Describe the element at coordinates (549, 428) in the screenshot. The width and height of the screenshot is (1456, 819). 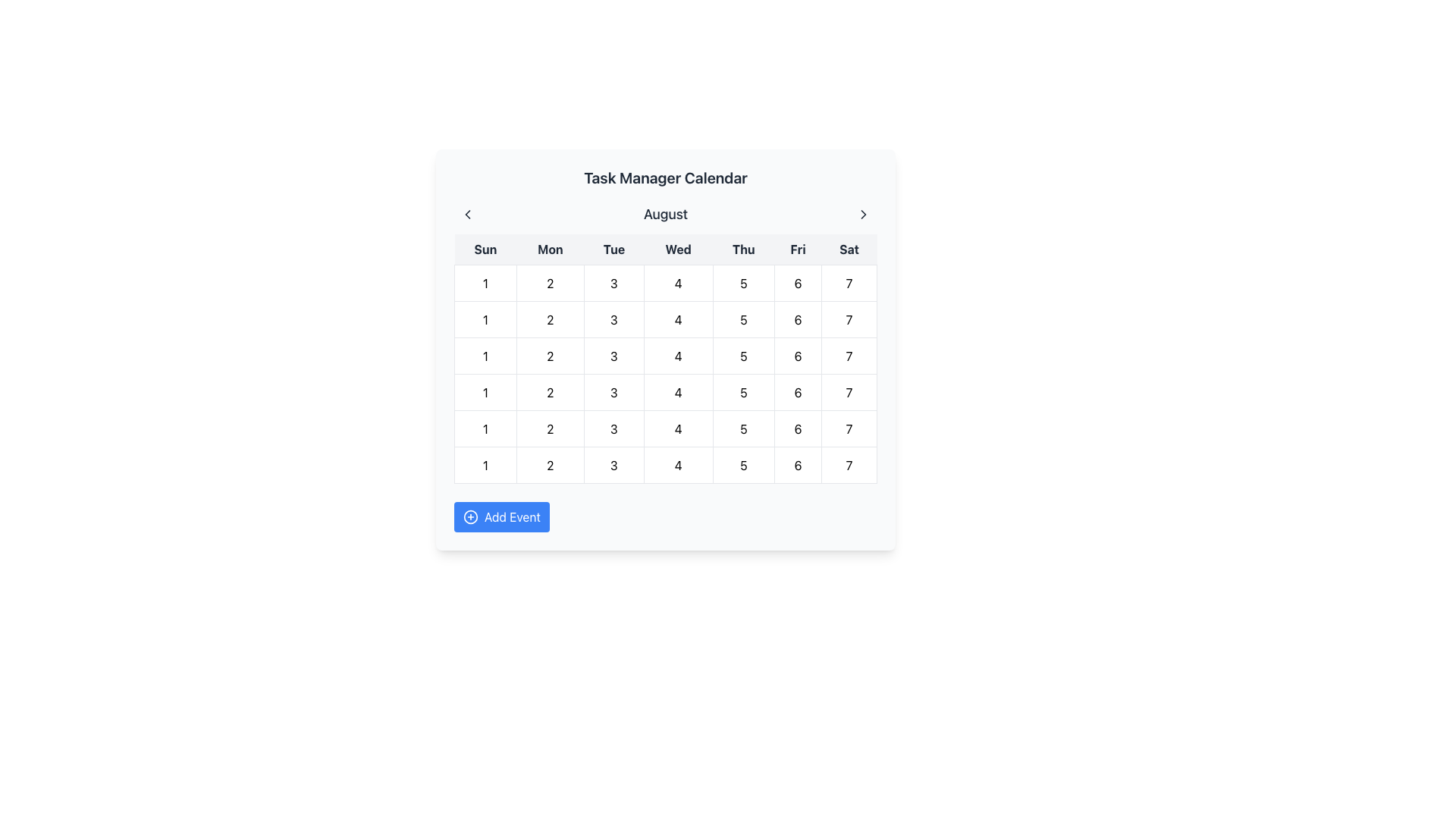
I see `the calendar cell representing the day '2' of the week Monday` at that location.